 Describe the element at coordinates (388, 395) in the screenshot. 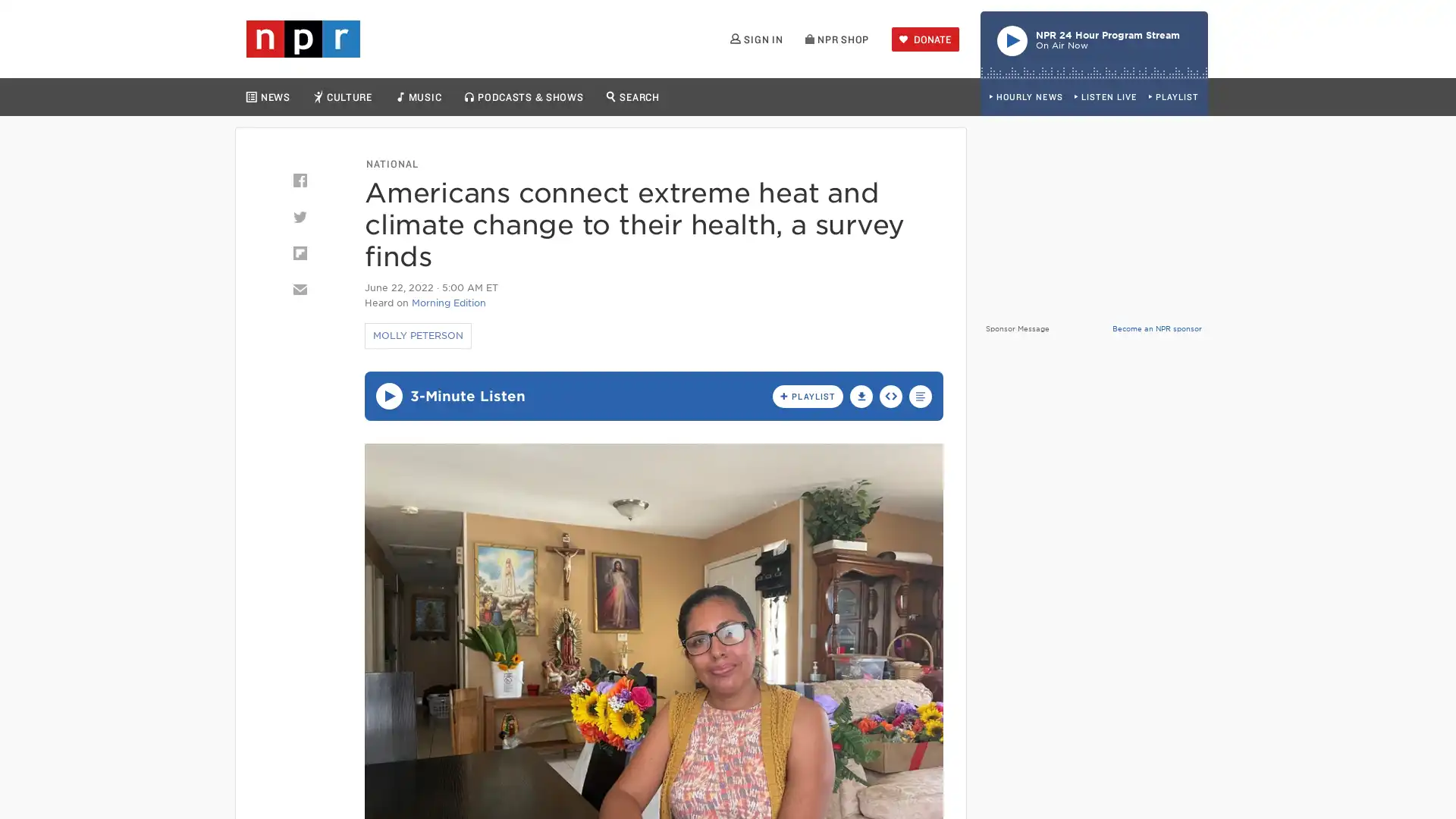

I see `LISTEN 3:29` at that location.